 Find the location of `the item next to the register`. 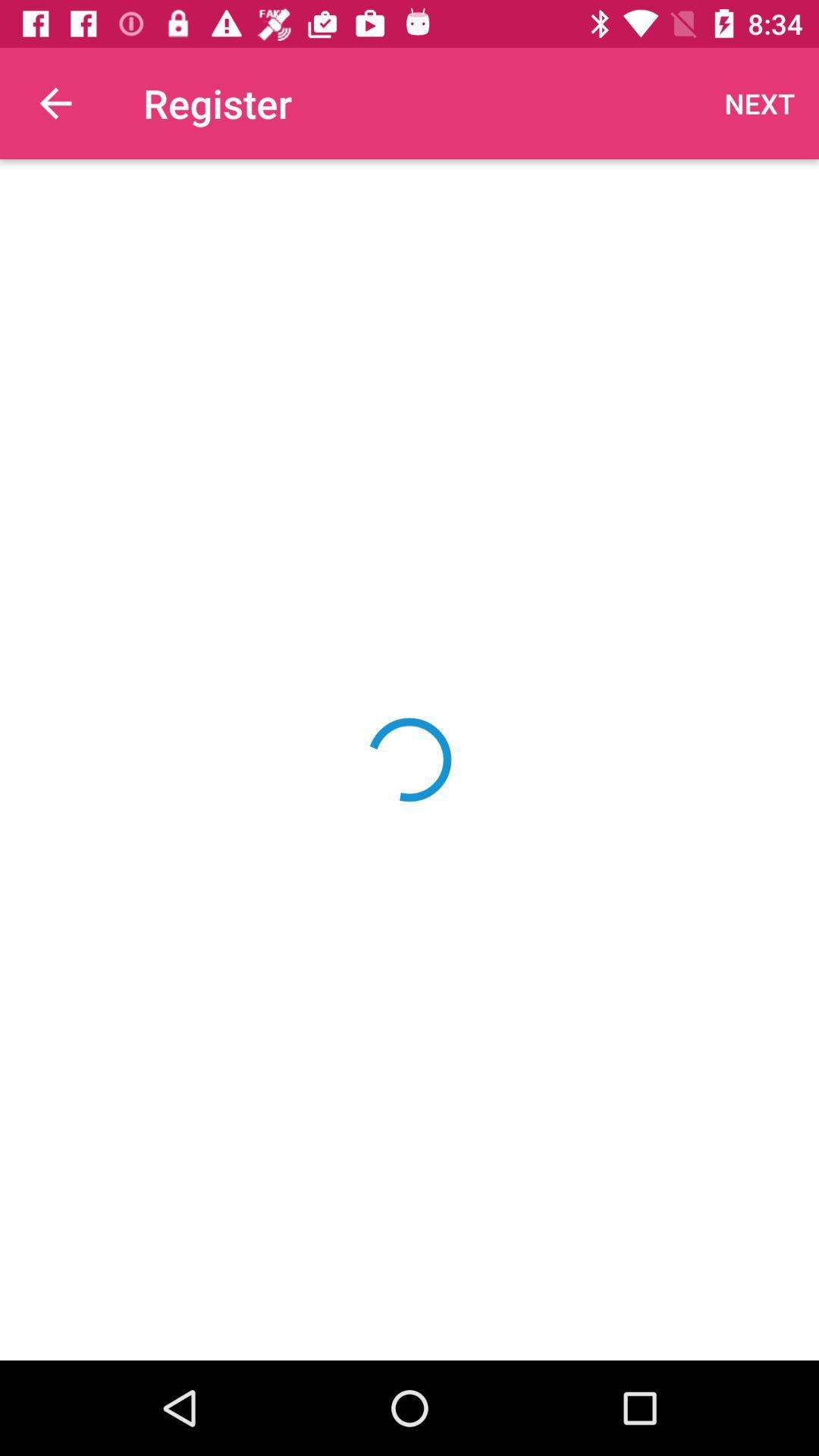

the item next to the register is located at coordinates (55, 102).